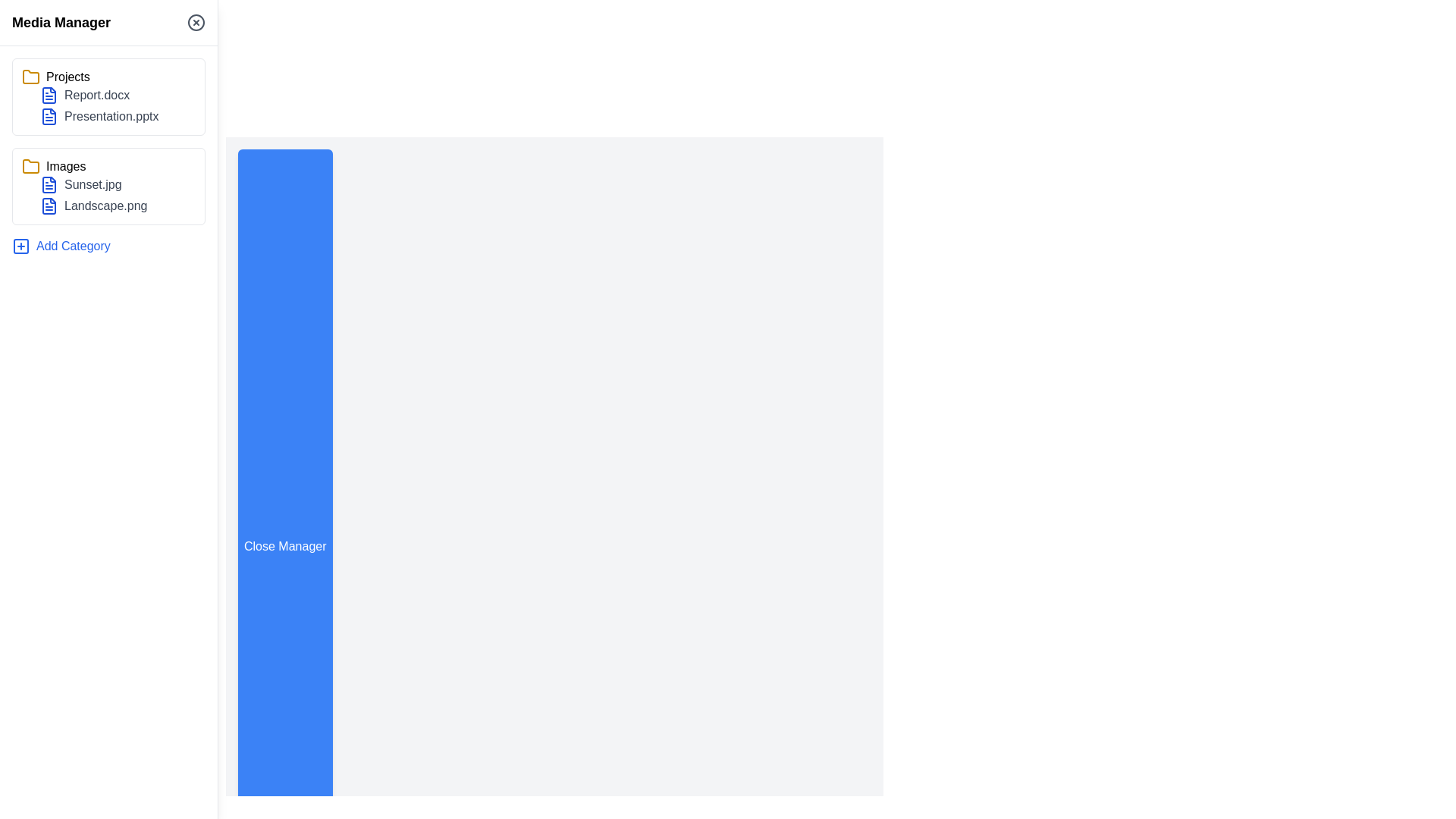 The width and height of the screenshot is (1456, 819). I want to click on the text label 'Sunset.jpg' in the file manager interface, so click(117, 184).